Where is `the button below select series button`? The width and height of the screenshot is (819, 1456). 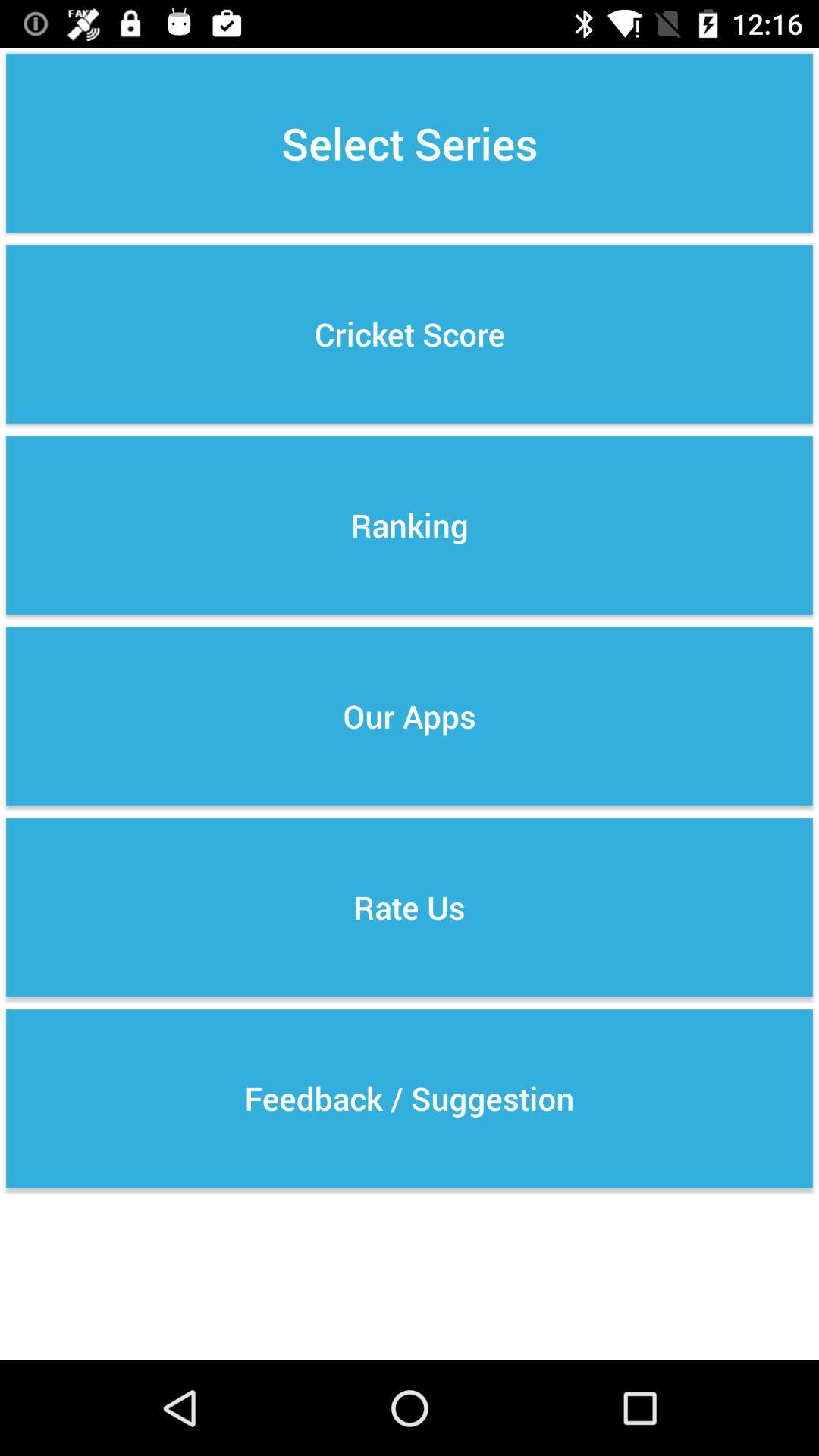
the button below select series button is located at coordinates (409, 334).